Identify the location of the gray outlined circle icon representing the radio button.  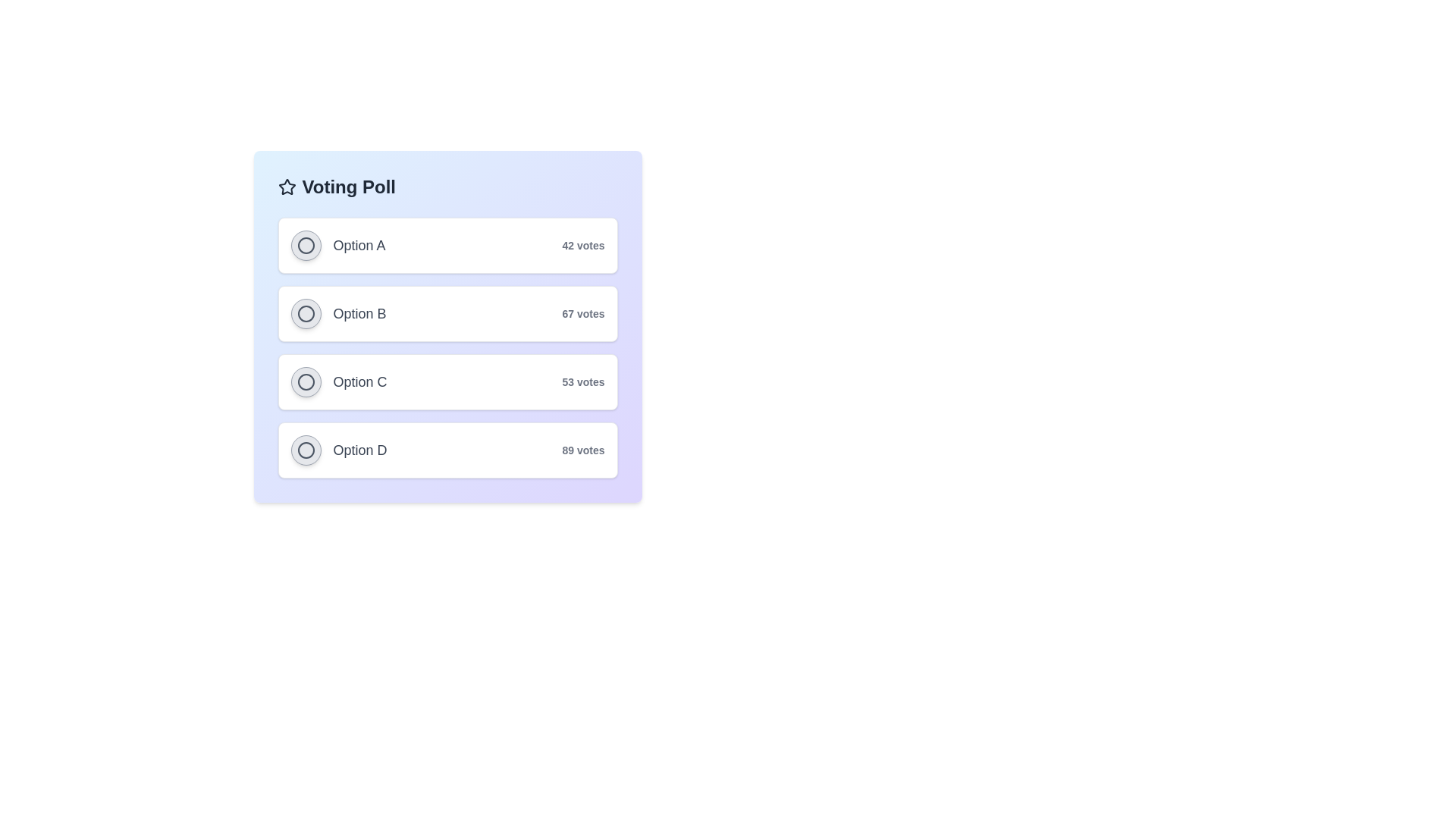
(305, 245).